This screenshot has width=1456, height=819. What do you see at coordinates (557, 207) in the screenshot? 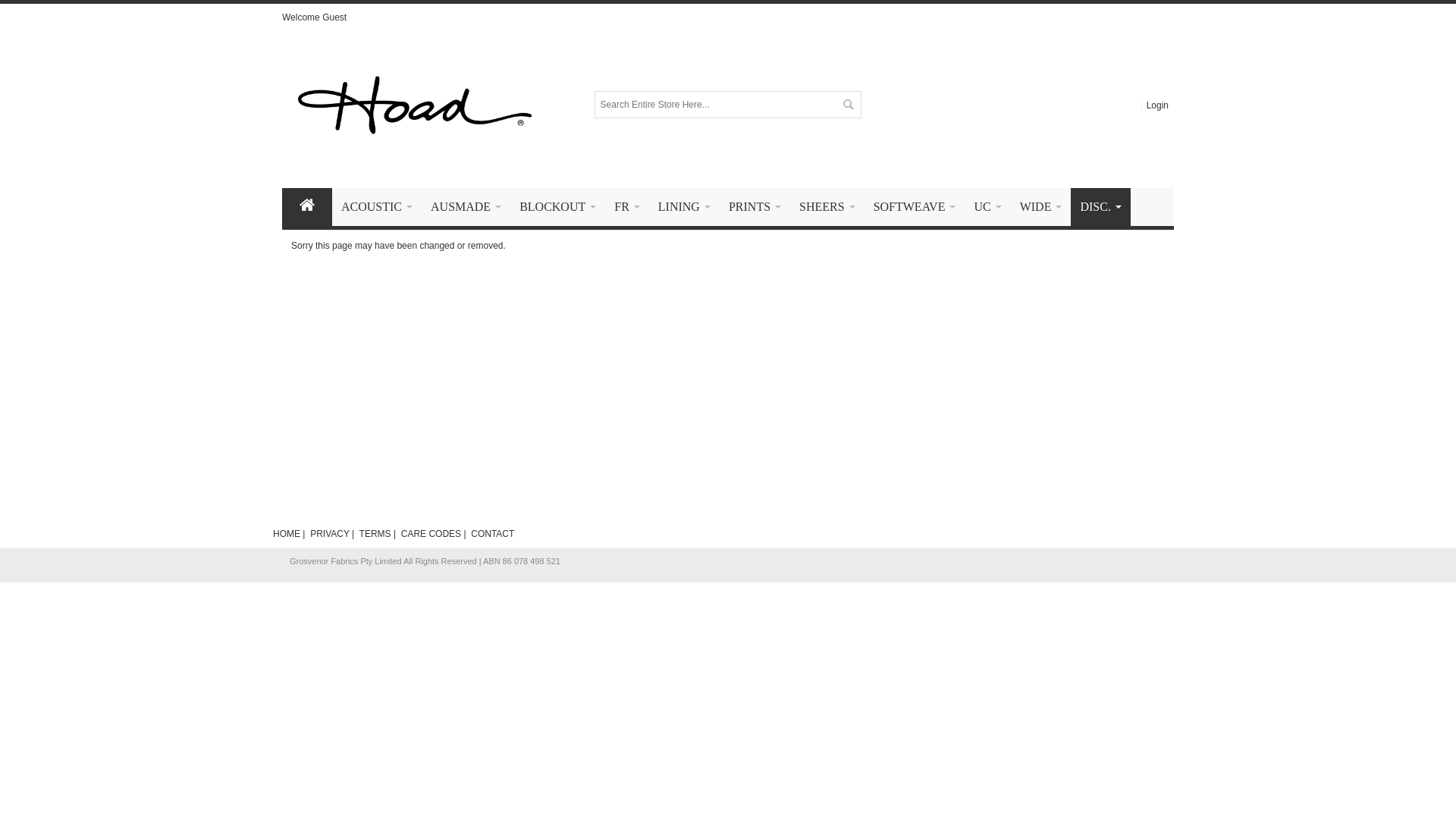
I see `'BLOCKOUT  '` at bounding box center [557, 207].